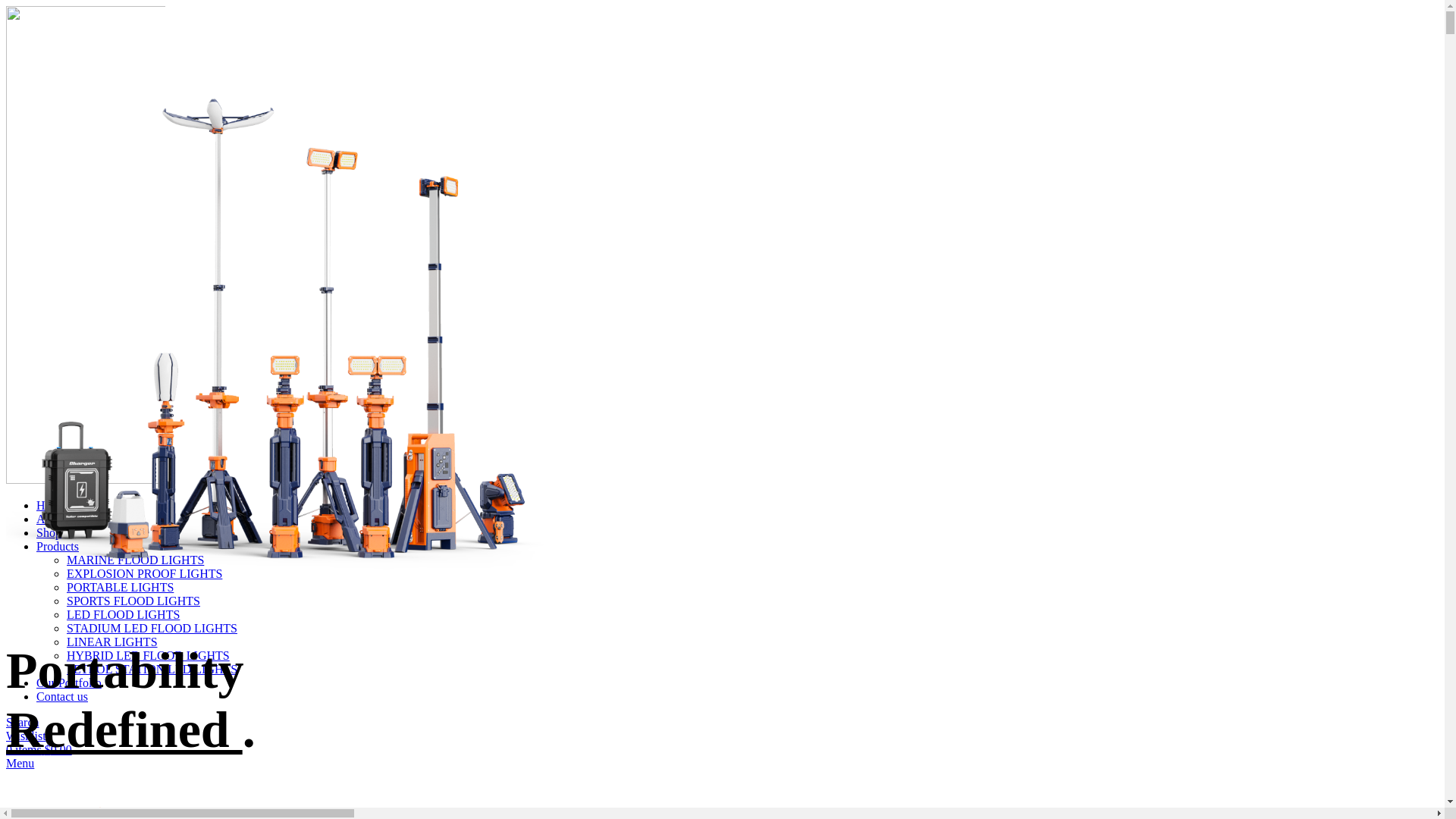 This screenshot has width=1456, height=819. Describe the element at coordinates (51, 505) in the screenshot. I see `'Home'` at that location.